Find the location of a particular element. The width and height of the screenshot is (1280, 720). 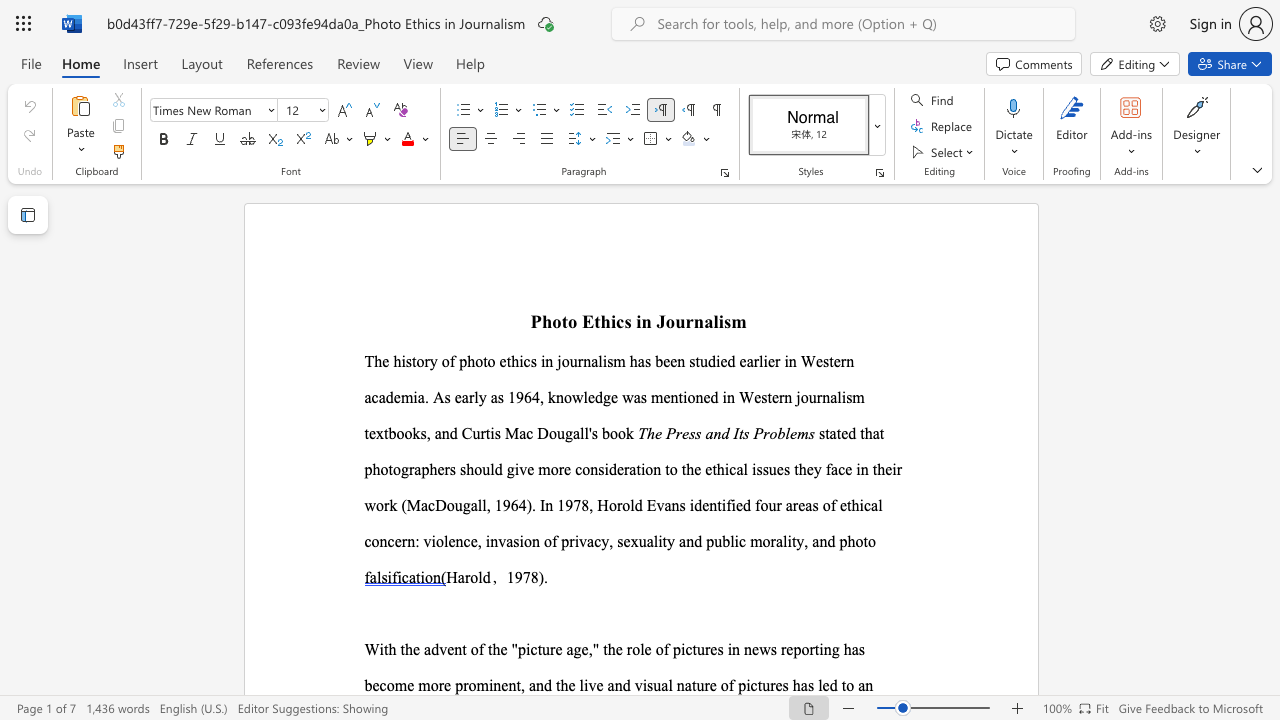

the 1th character "f" in the text is located at coordinates (828, 469).